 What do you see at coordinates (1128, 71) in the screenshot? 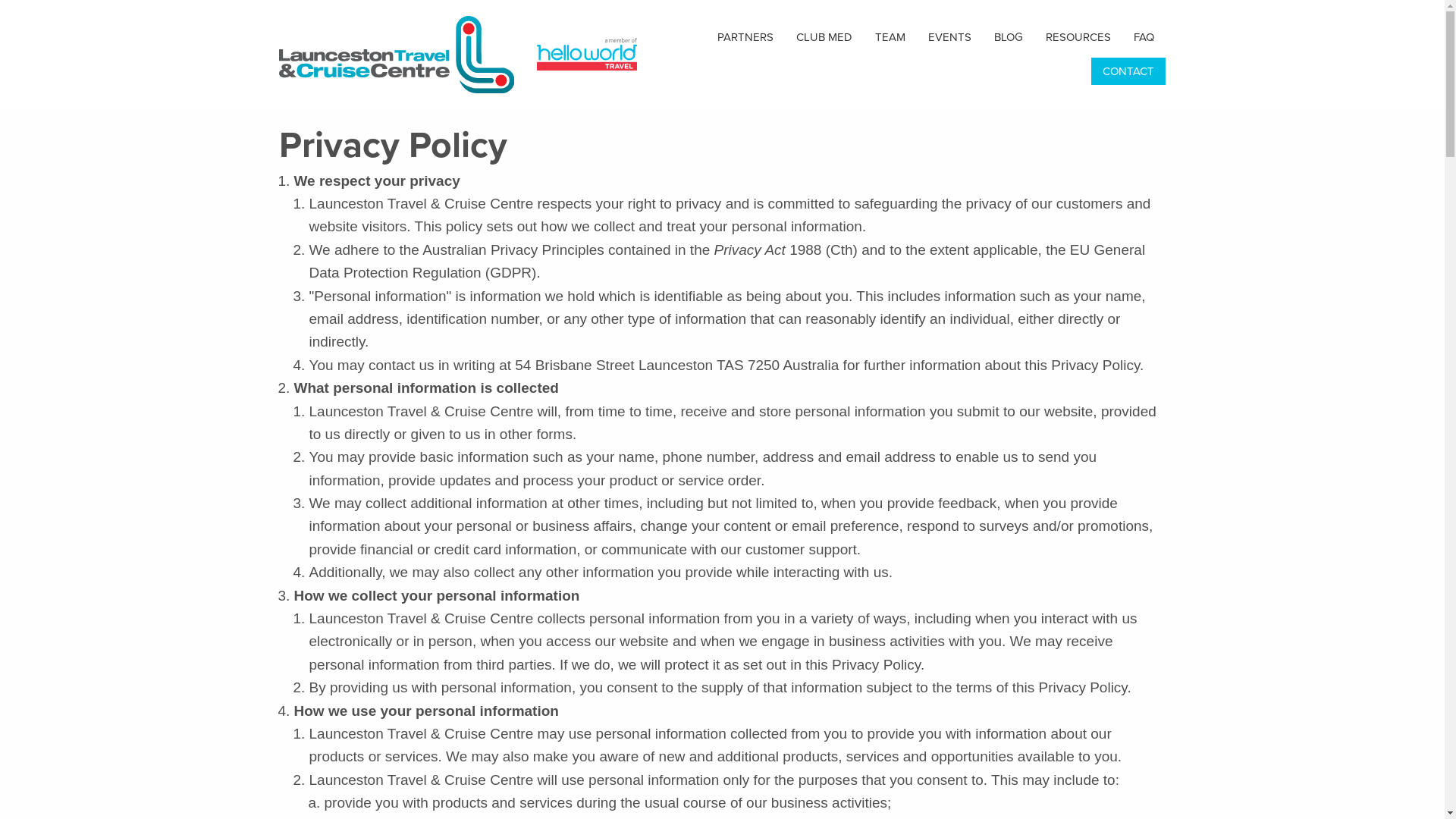
I see `'CONTACT'` at bounding box center [1128, 71].